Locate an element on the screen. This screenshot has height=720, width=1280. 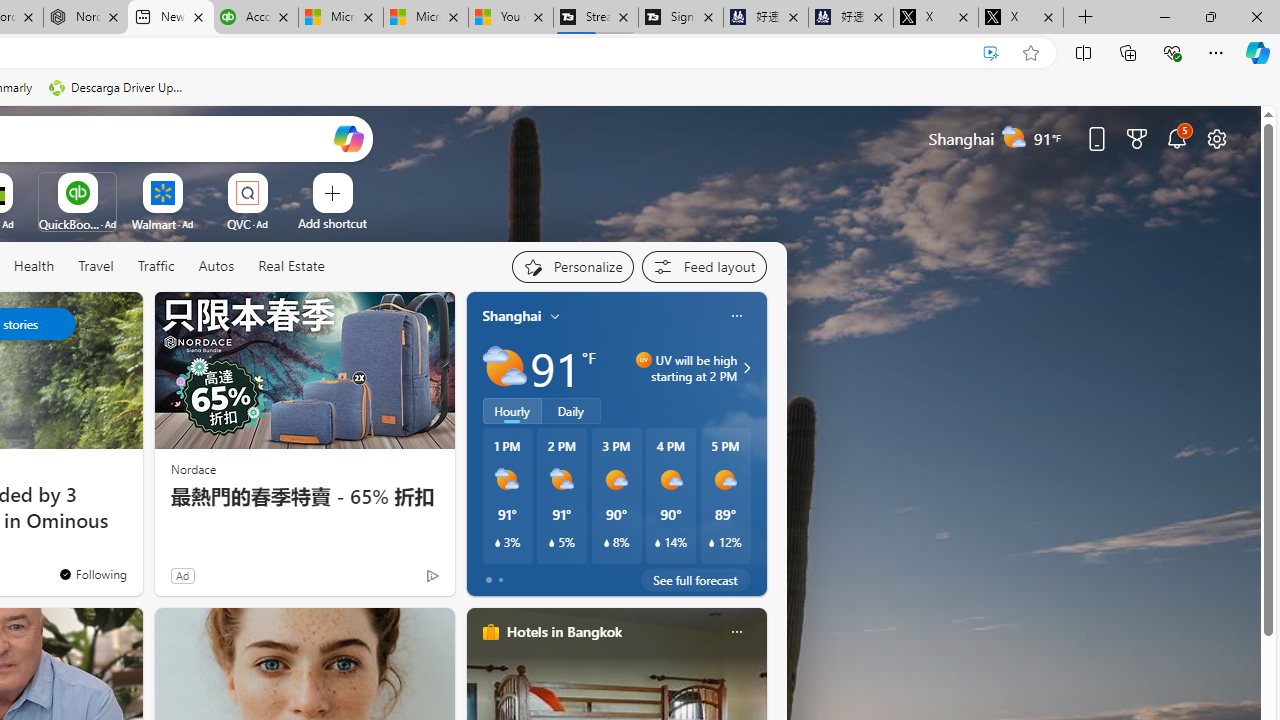
'Partly sunny' is located at coordinates (504, 368).